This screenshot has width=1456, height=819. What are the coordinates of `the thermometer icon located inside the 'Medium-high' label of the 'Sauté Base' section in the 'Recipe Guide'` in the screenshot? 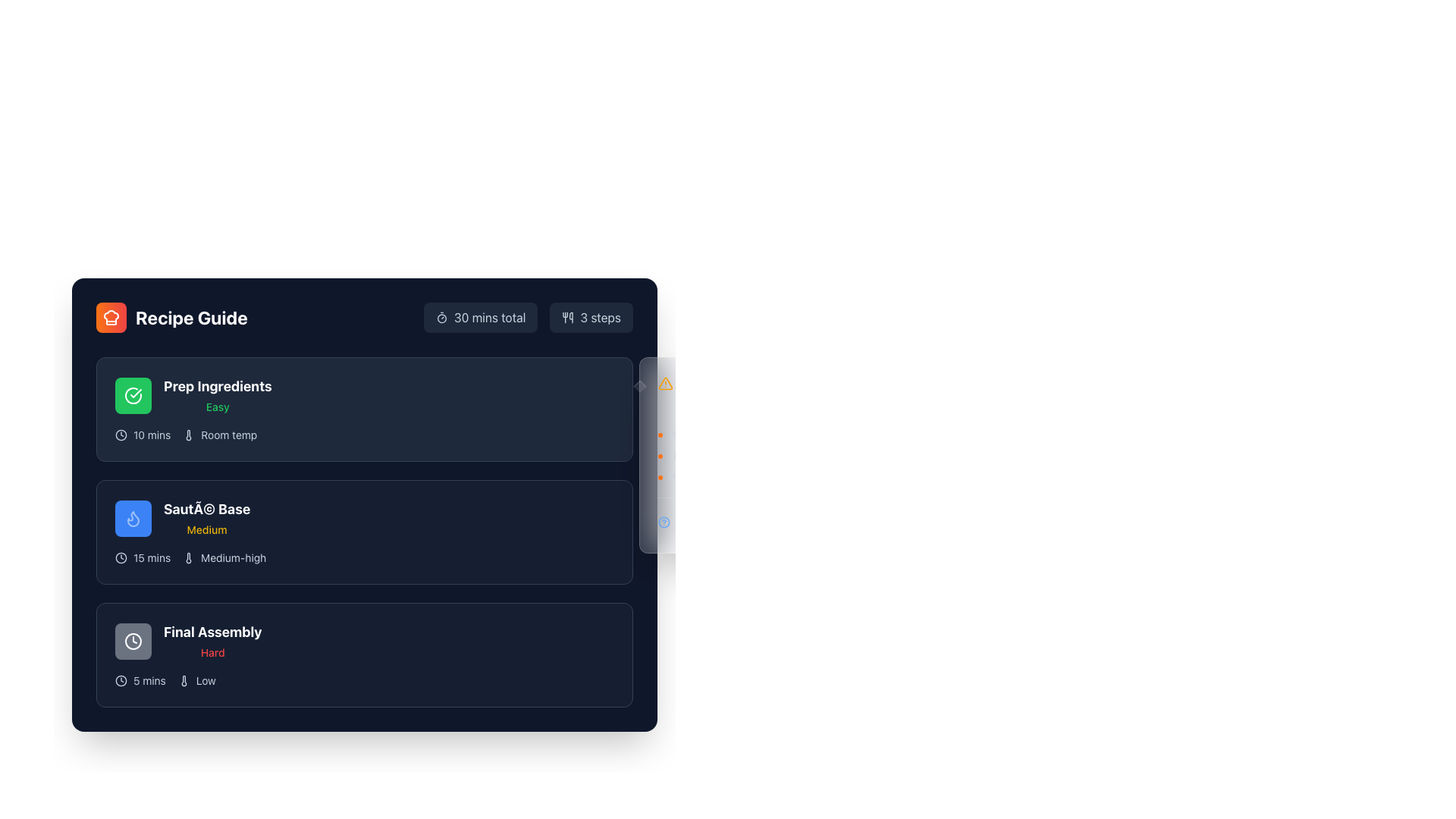 It's located at (188, 558).